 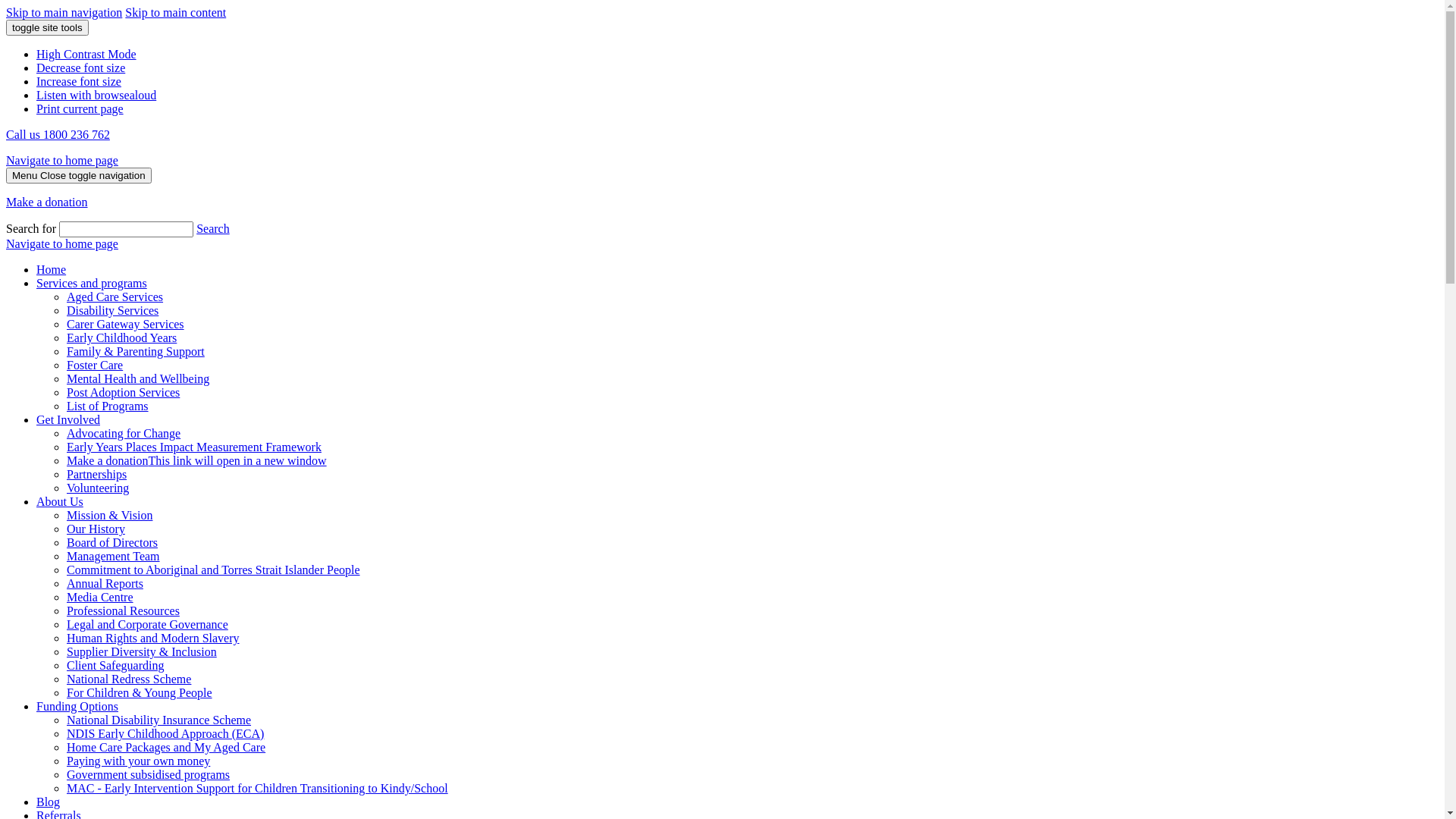 What do you see at coordinates (125, 323) in the screenshot?
I see `'Carer Gateway Services'` at bounding box center [125, 323].